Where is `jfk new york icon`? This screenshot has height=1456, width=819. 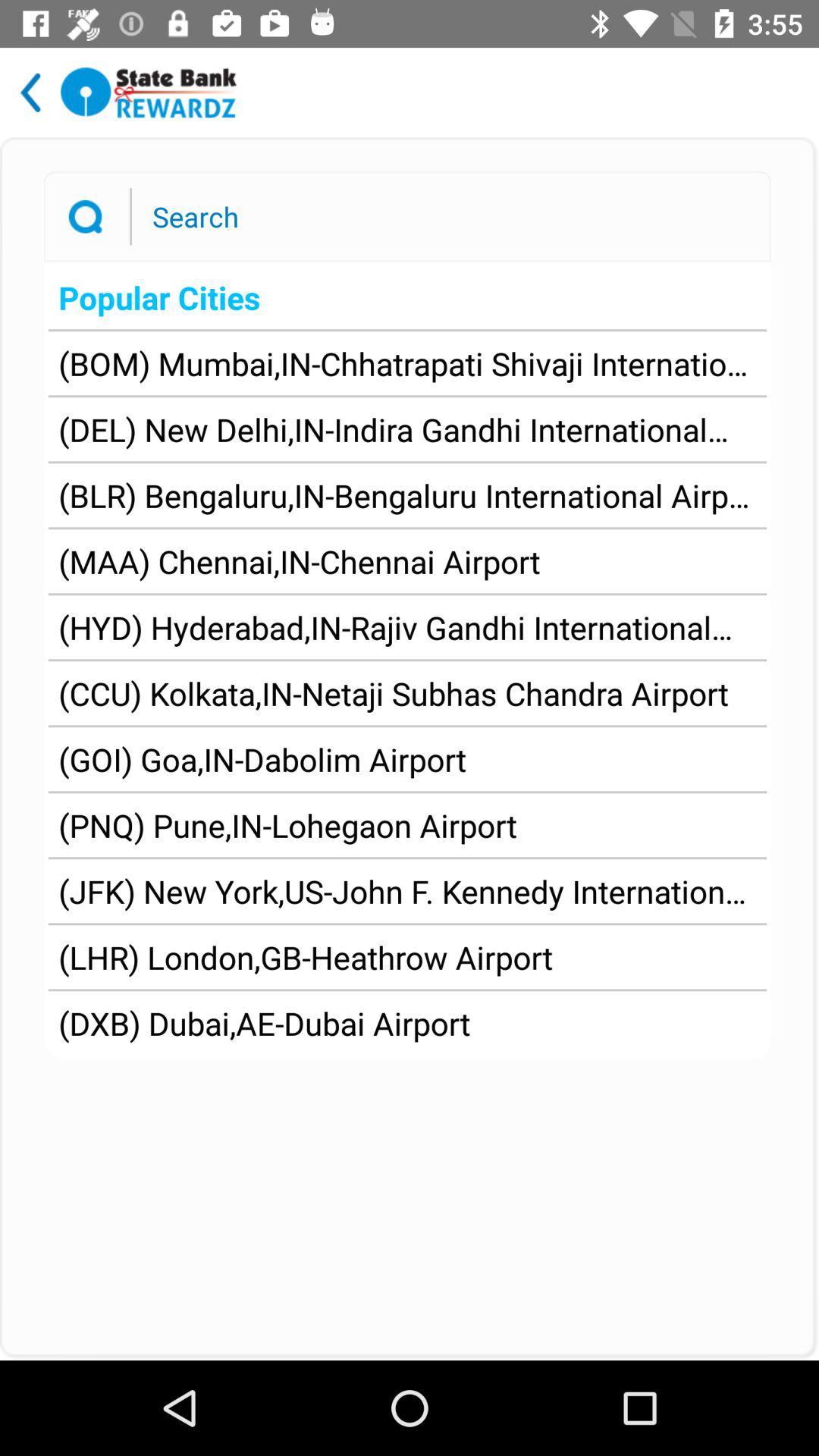
jfk new york icon is located at coordinates (406, 891).